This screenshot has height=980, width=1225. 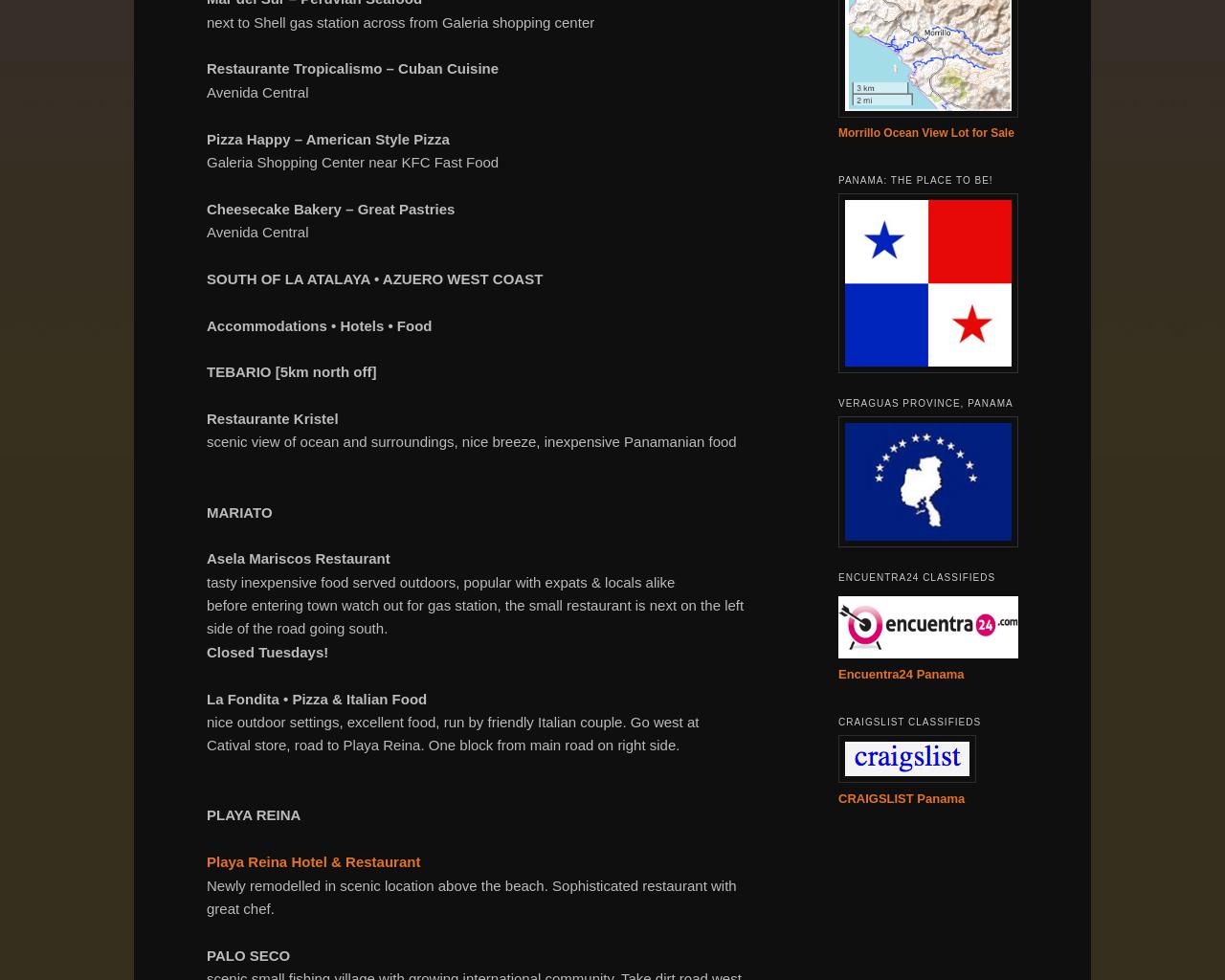 What do you see at coordinates (313, 860) in the screenshot?
I see `'Playa Reina Hotel & Restaurant'` at bounding box center [313, 860].